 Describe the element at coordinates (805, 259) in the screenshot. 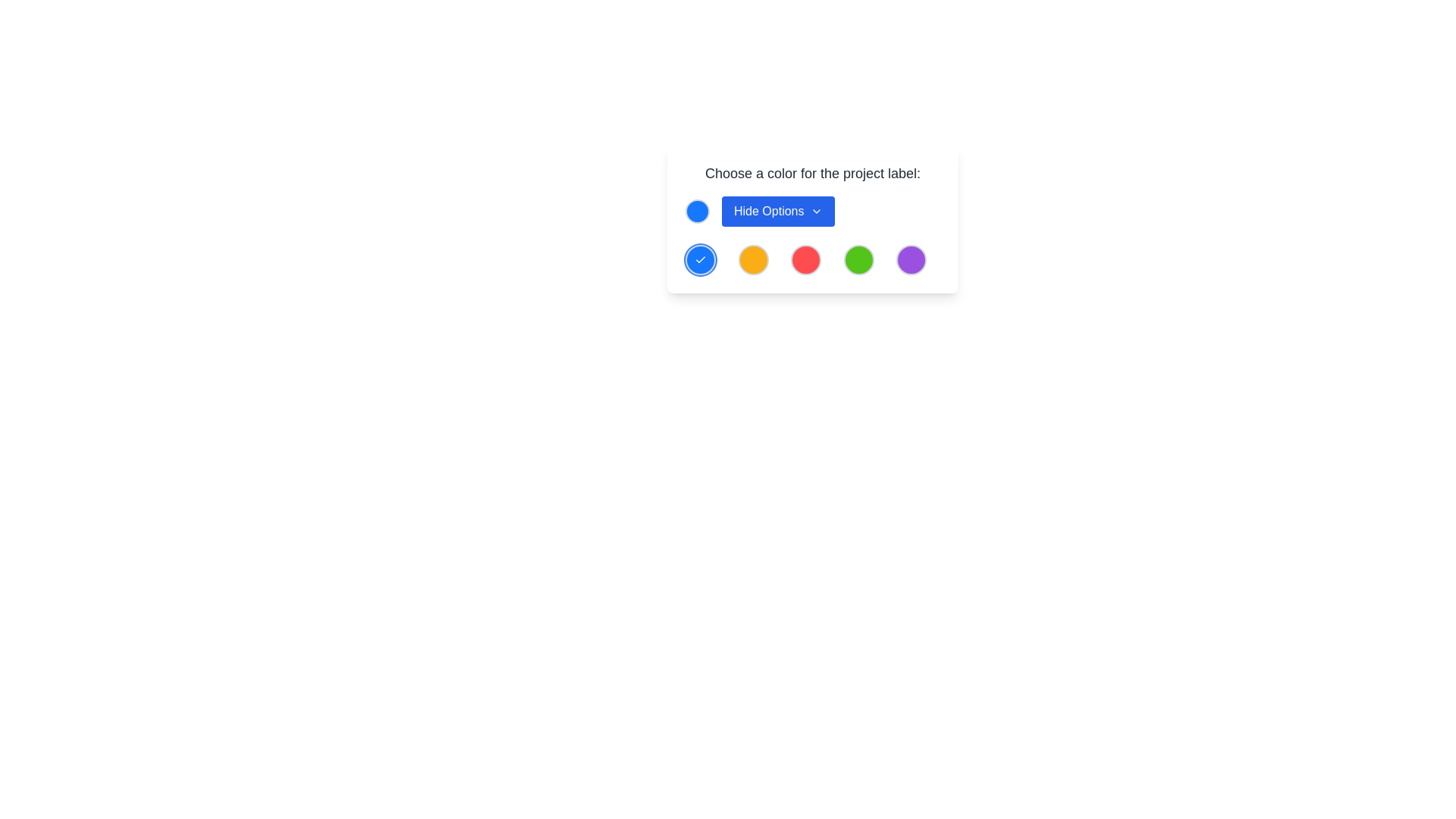

I see `the selectable color button for red, which is the fourth item in the grid layout for labeling a project` at that location.